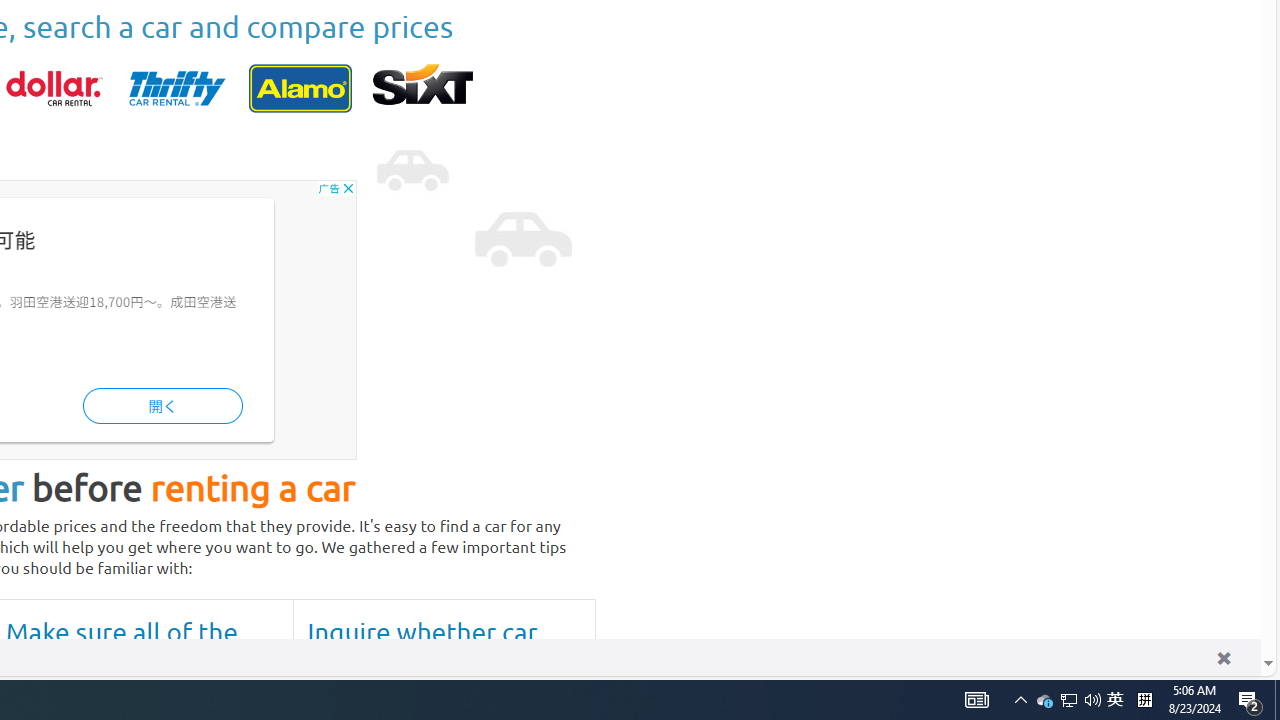  I want to click on 'dollar', so click(54, 87).